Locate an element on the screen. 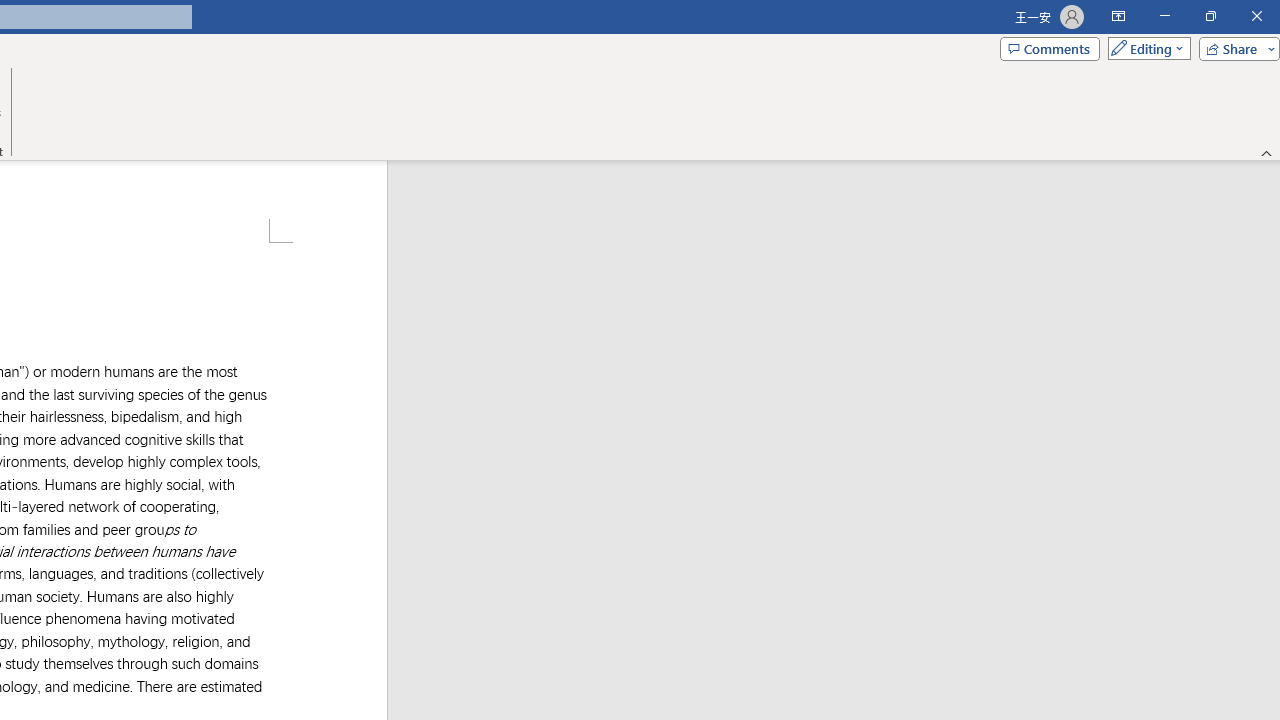 This screenshot has height=720, width=1280. 'Comments' is located at coordinates (1048, 47).